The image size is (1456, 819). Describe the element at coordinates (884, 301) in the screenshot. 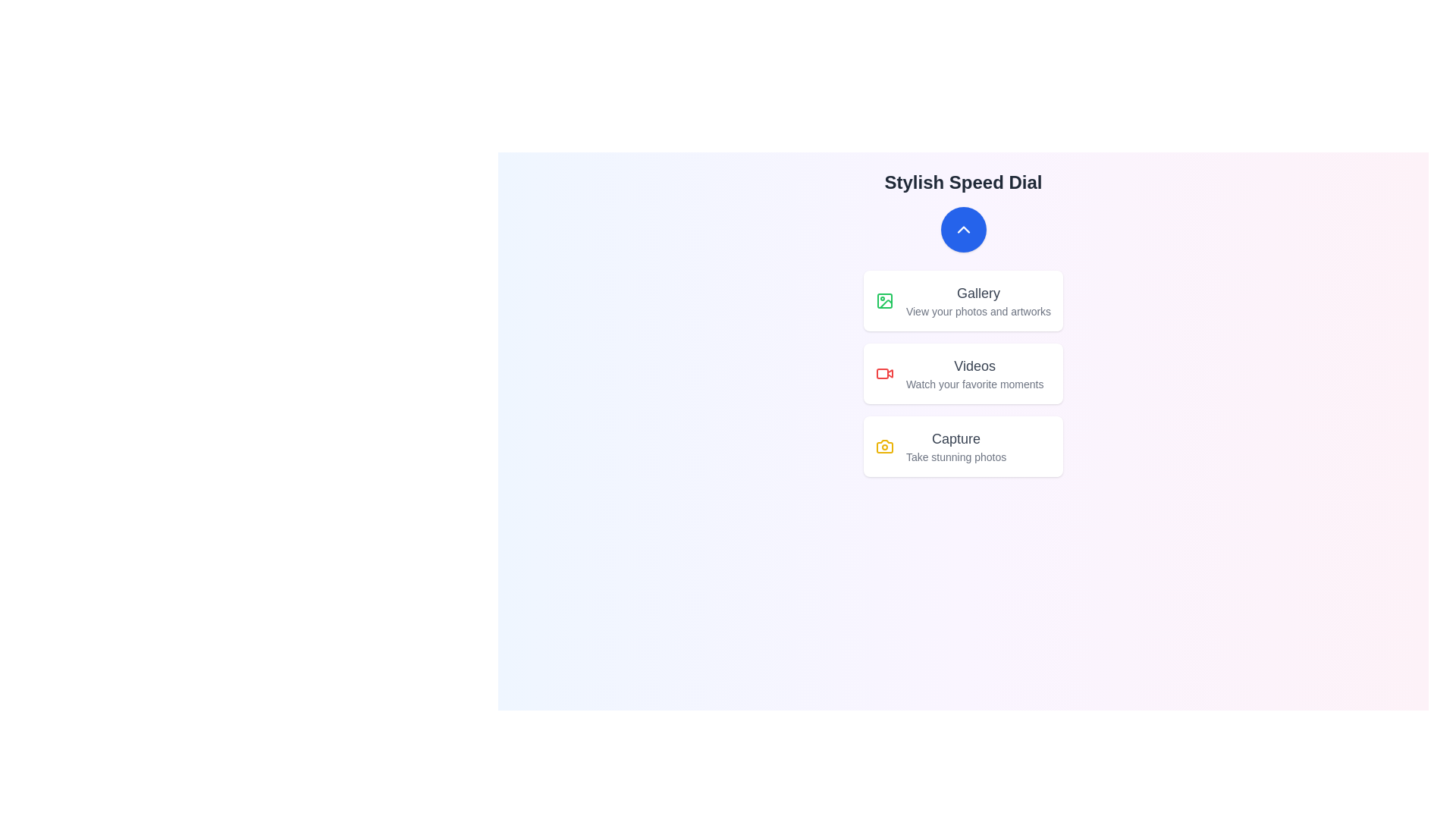

I see `the icon associated with Gallery` at that location.